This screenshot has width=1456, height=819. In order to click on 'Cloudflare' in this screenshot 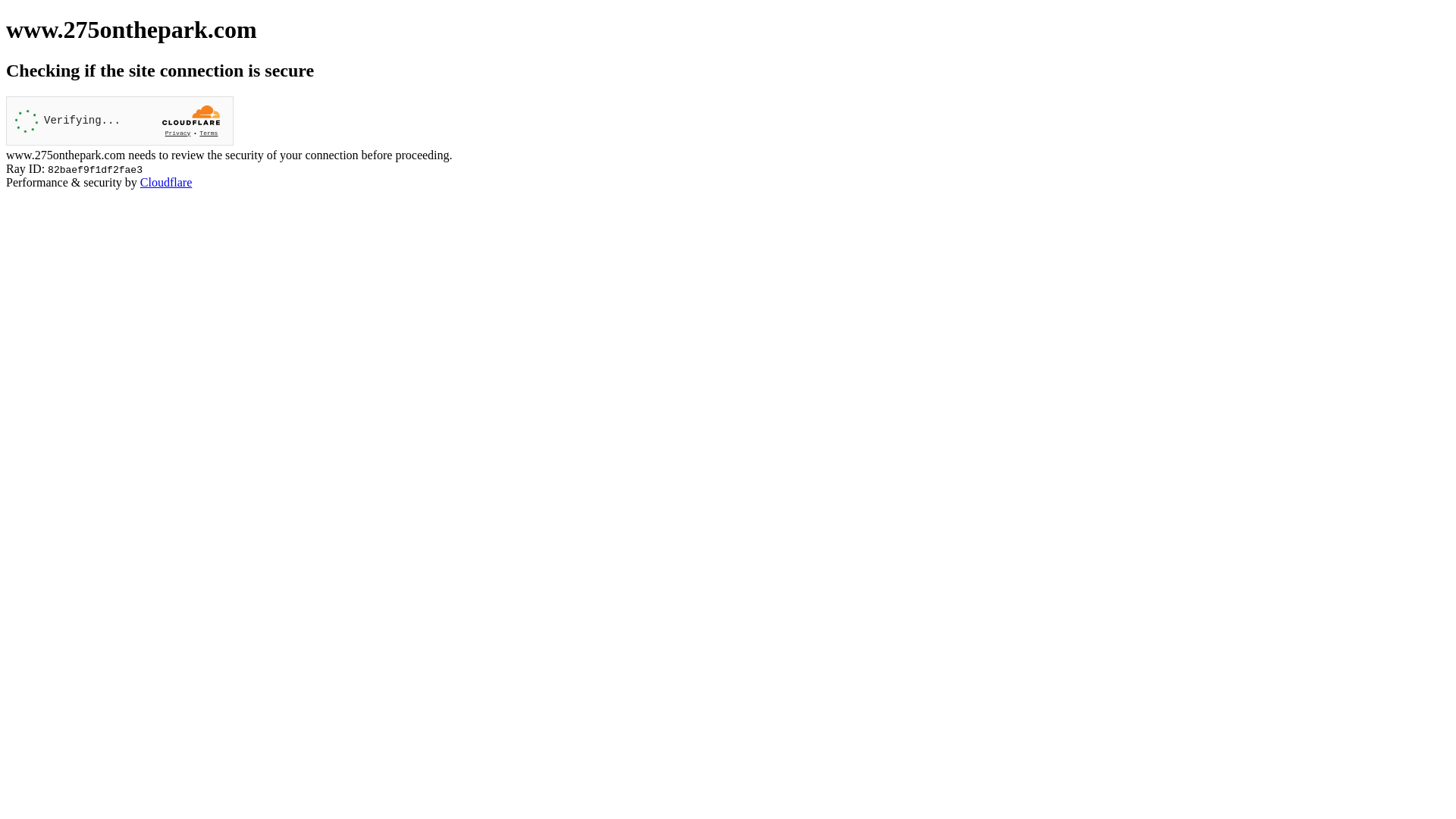, I will do `click(166, 181)`.